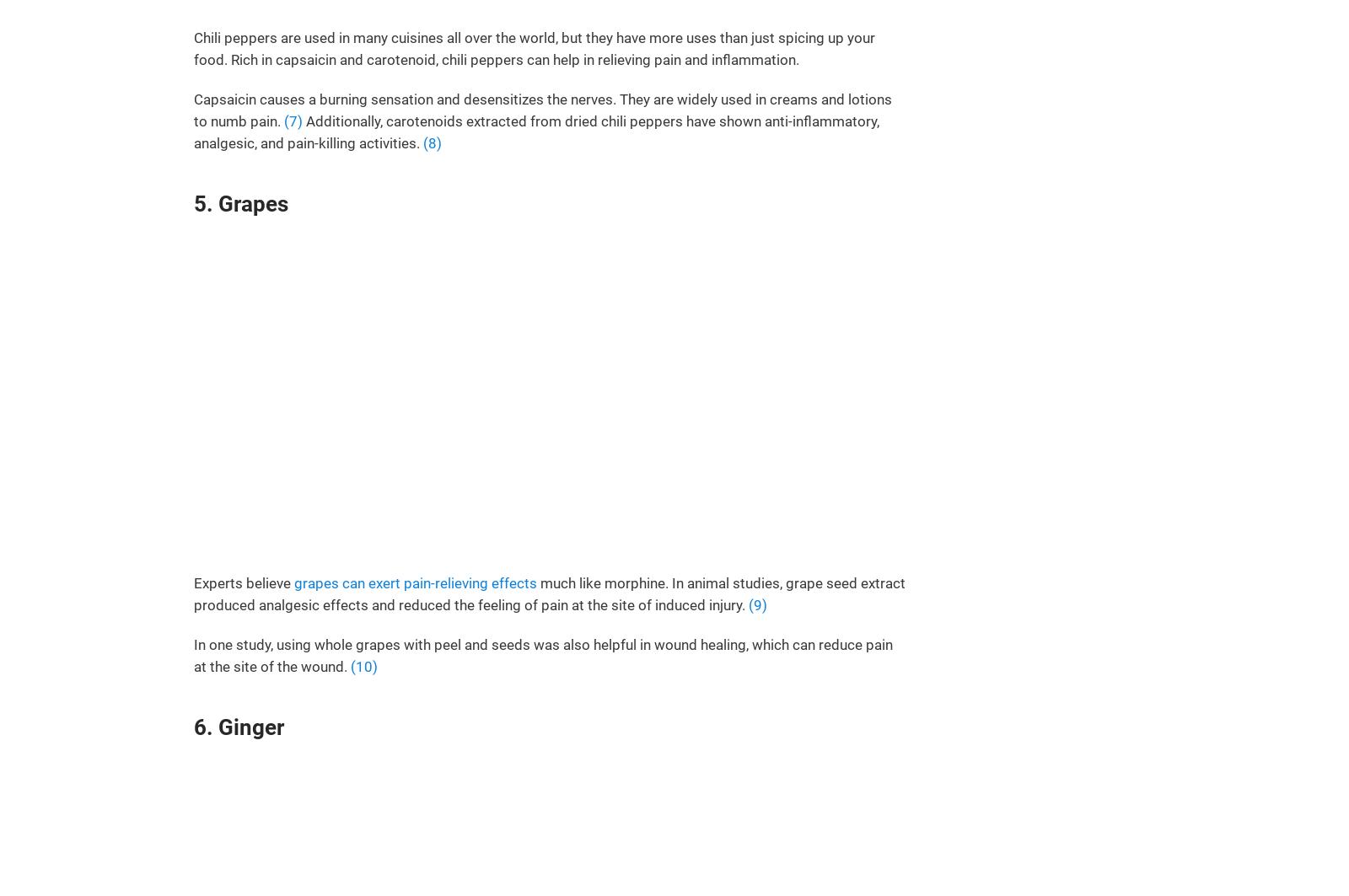 The image size is (1349, 896). I want to click on '6. Ginger', so click(239, 725).